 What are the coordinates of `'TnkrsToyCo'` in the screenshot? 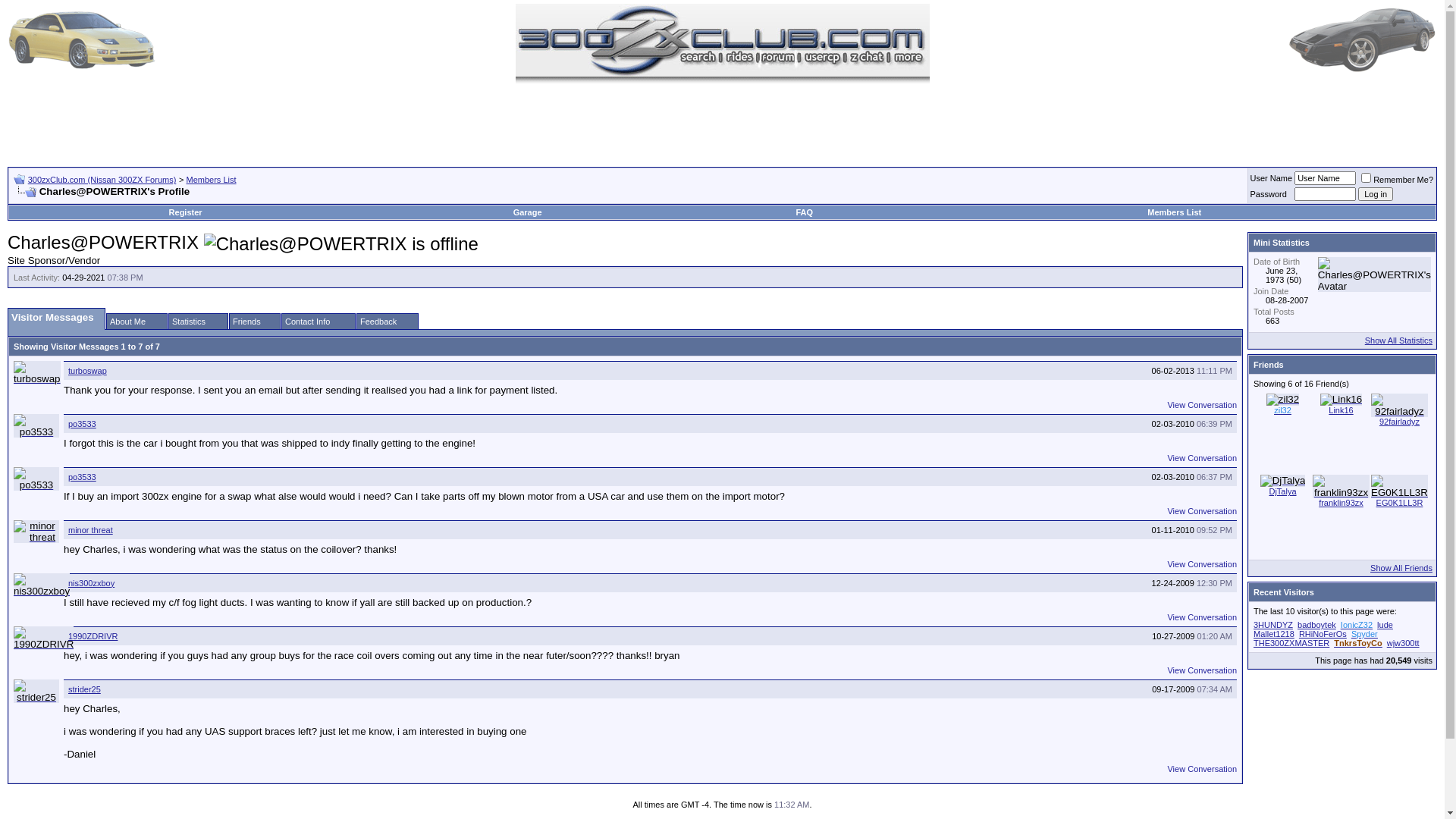 It's located at (1357, 643).